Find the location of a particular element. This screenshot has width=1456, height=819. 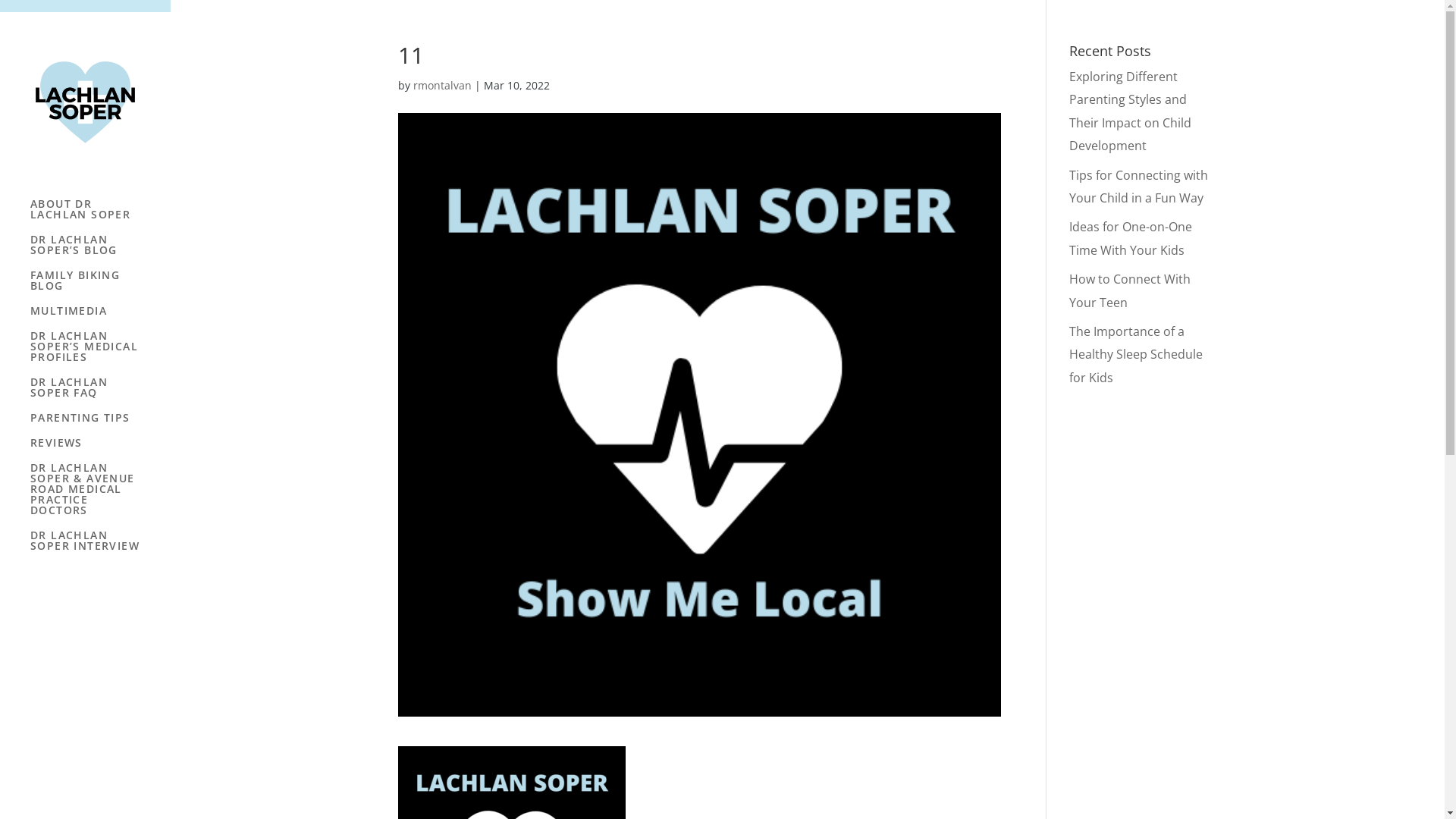

'MULTIMEDIA' is located at coordinates (30, 317).